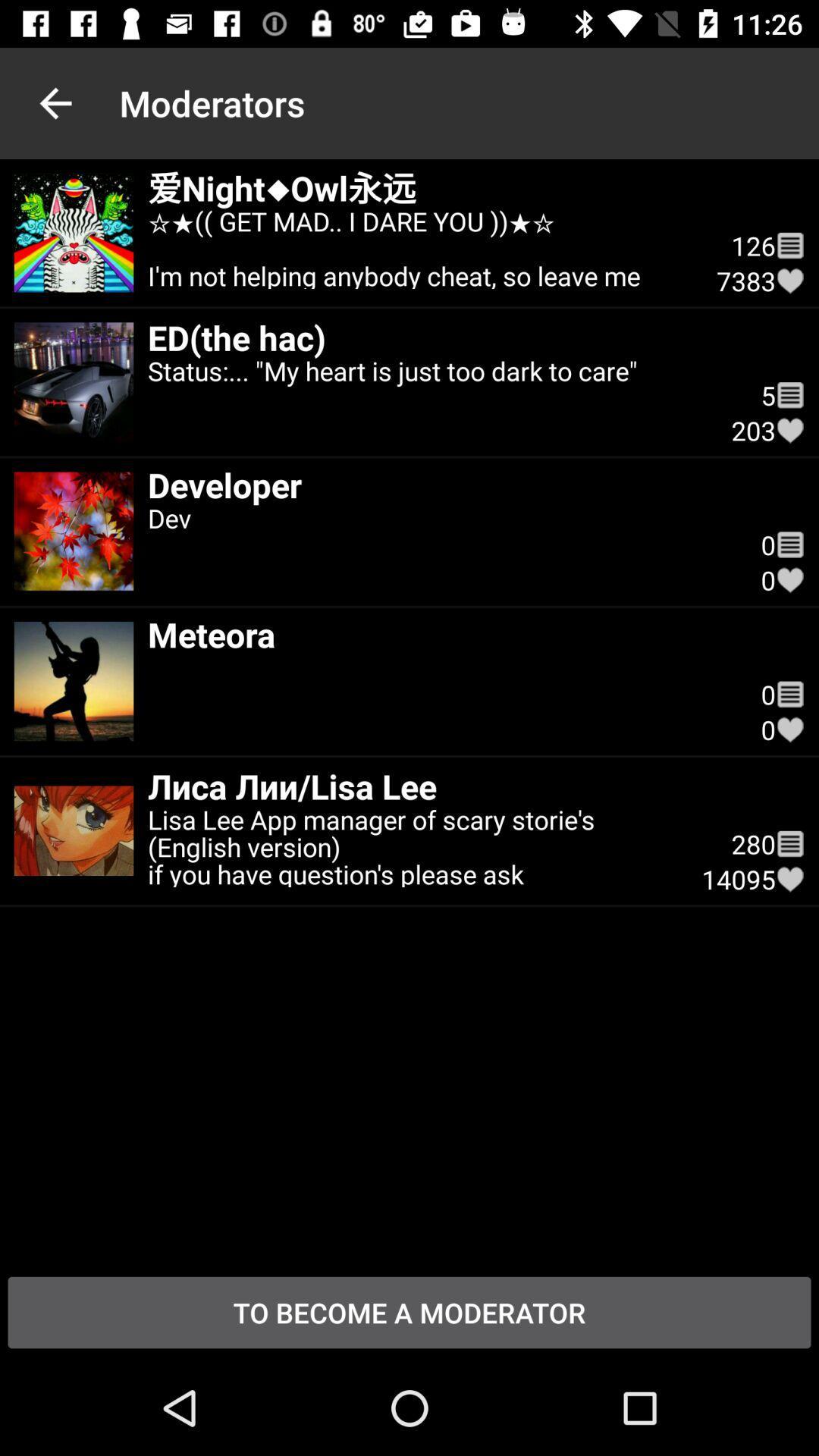 The image size is (819, 1456). What do you see at coordinates (789, 879) in the screenshot?
I see `icon above the to become a icon` at bounding box center [789, 879].